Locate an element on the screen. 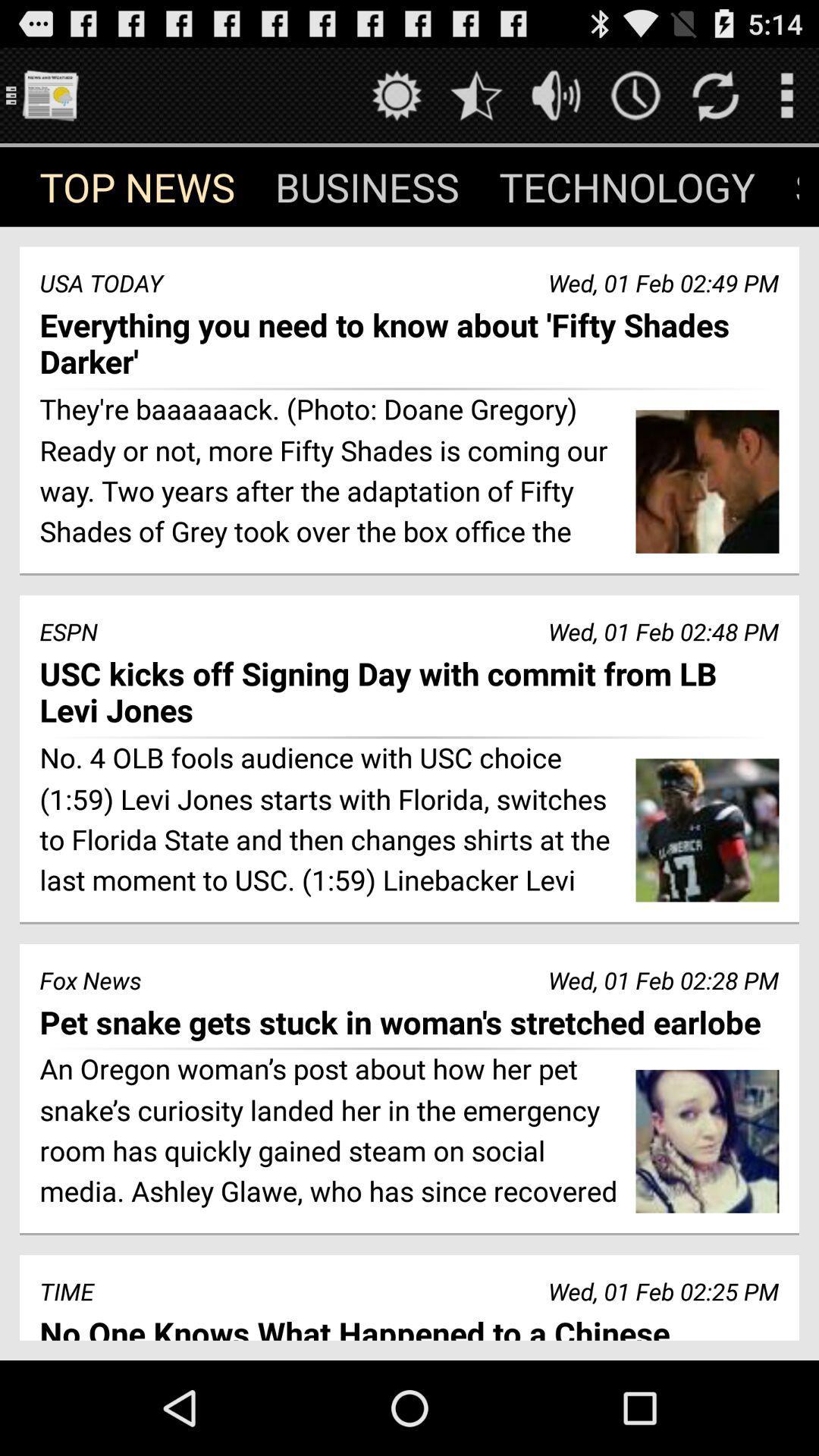 The height and width of the screenshot is (1456, 819). more options is located at coordinates (786, 94).